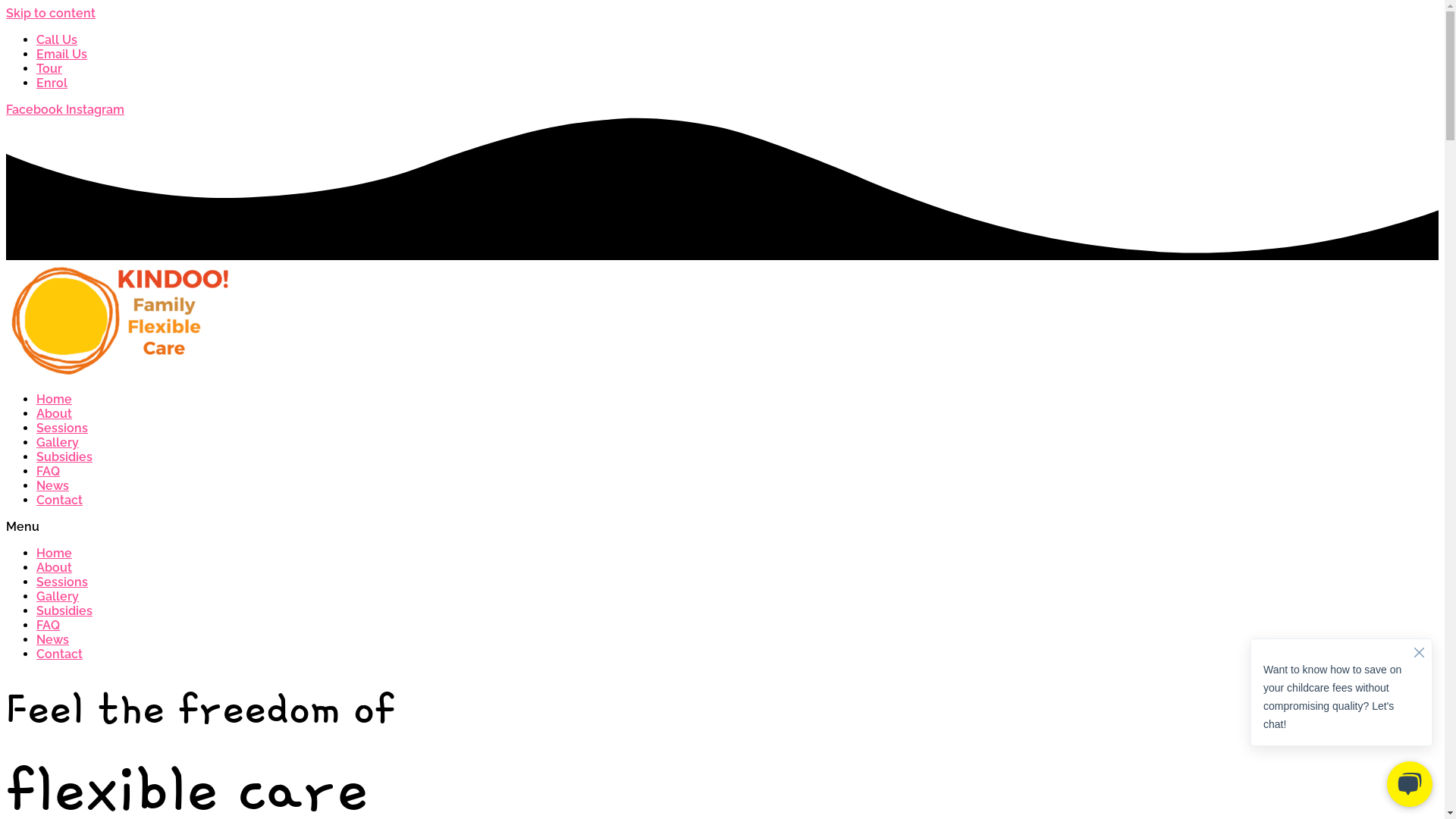  What do you see at coordinates (52, 485) in the screenshot?
I see `'News'` at bounding box center [52, 485].